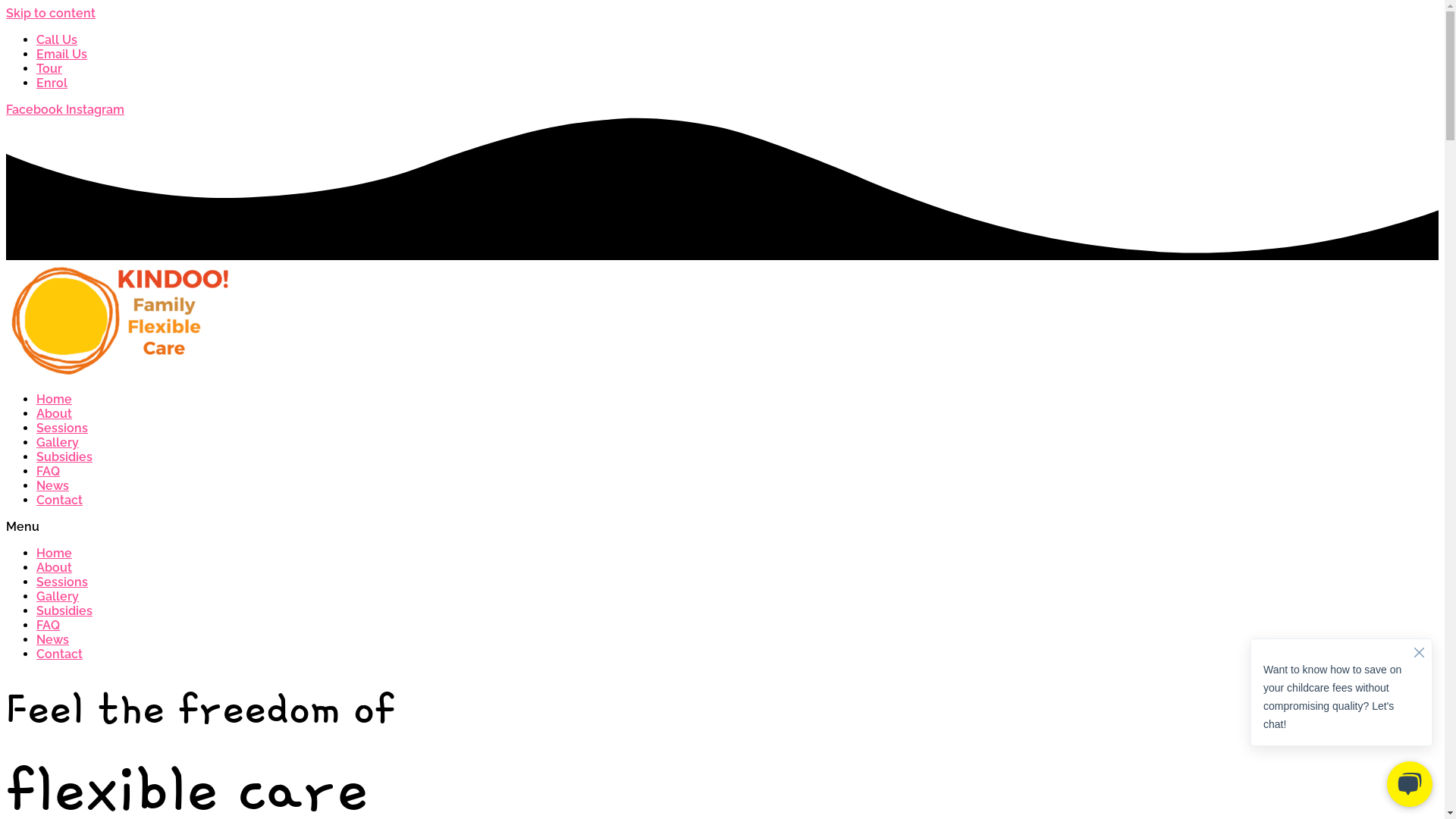  What do you see at coordinates (52, 485) in the screenshot?
I see `'News'` at bounding box center [52, 485].